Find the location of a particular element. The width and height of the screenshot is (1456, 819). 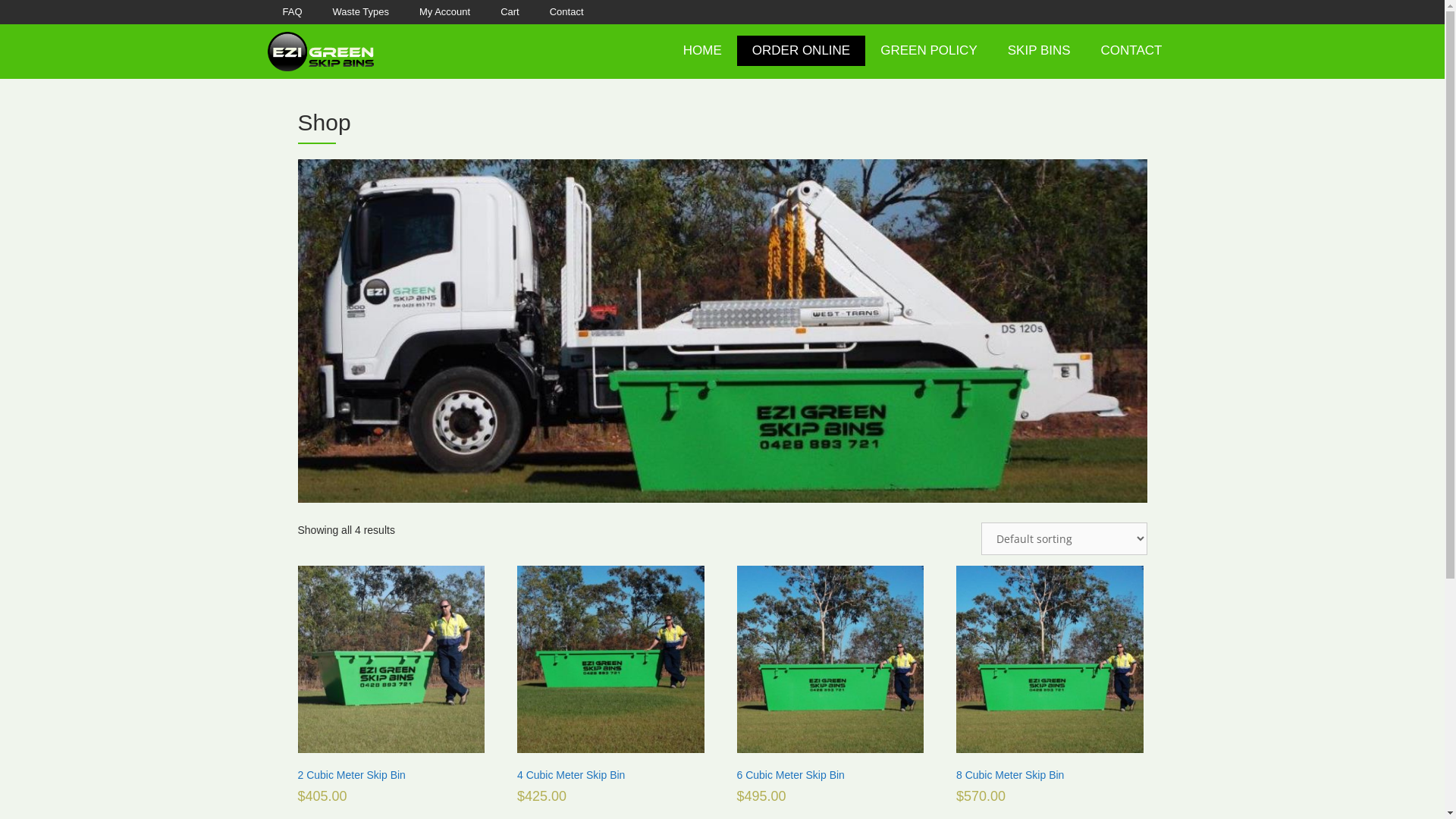

'Contact' is located at coordinates (566, 11).